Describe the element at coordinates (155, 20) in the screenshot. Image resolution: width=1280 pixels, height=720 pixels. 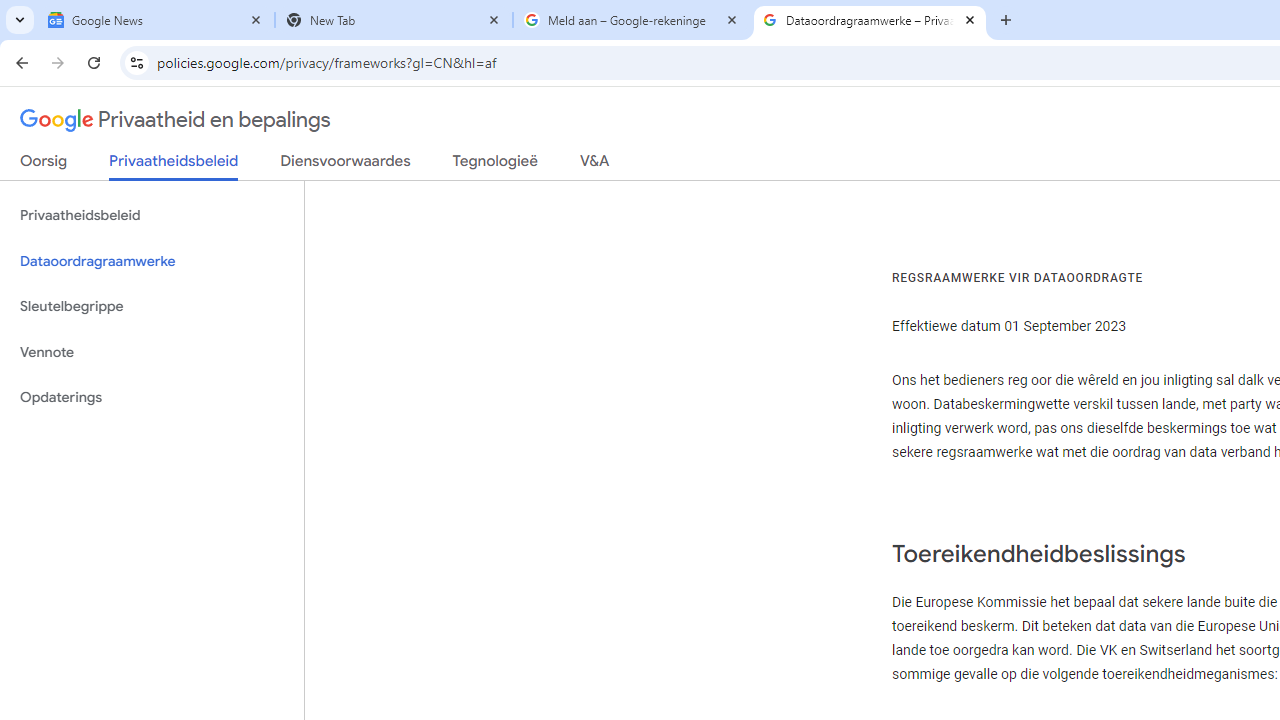
I see `'Google News'` at that location.